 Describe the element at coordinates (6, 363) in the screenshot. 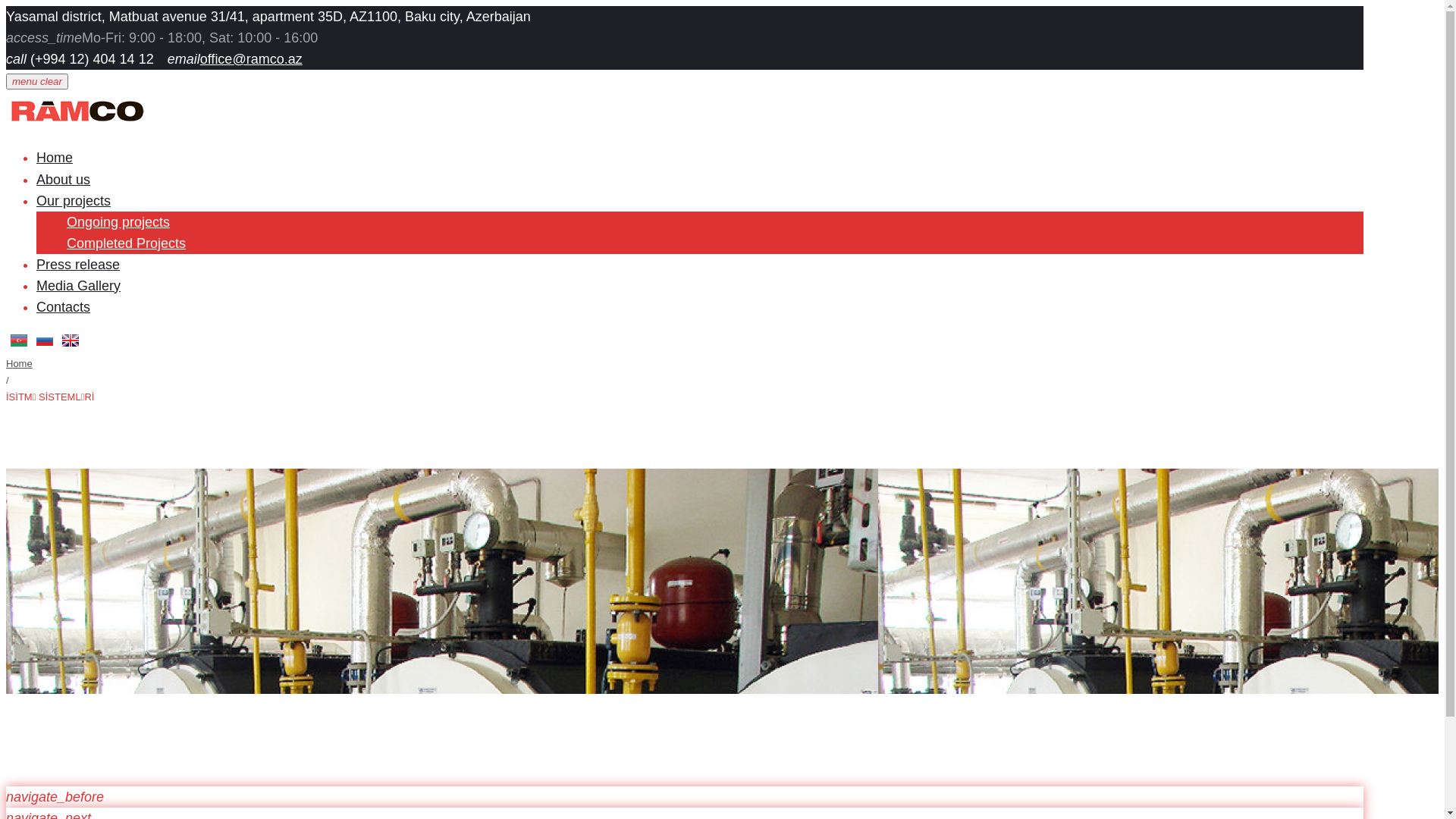

I see `'Home'` at that location.